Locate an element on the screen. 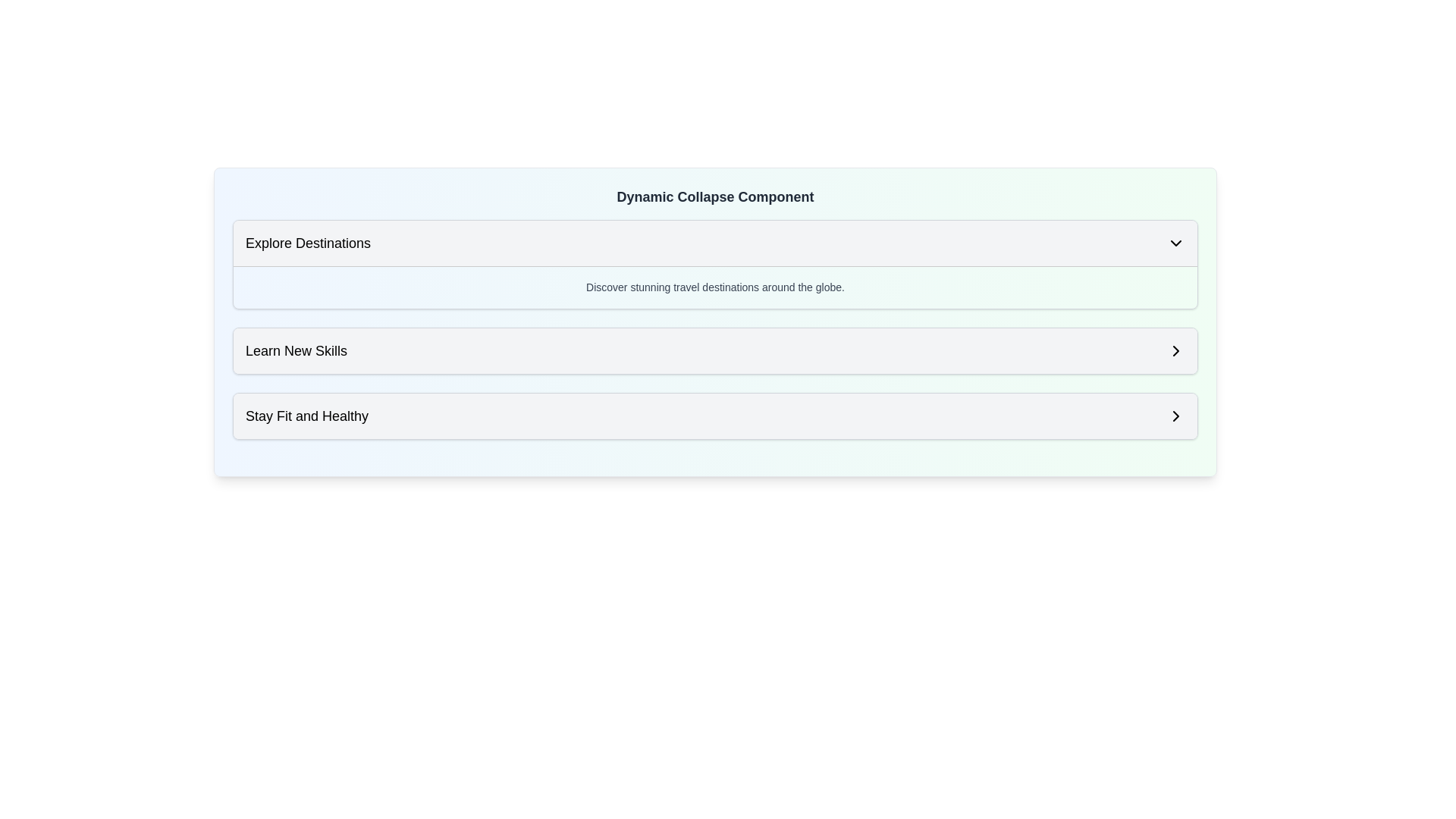 The width and height of the screenshot is (1456, 819). the 'Learn New Skills' interactive list item is located at coordinates (714, 350).